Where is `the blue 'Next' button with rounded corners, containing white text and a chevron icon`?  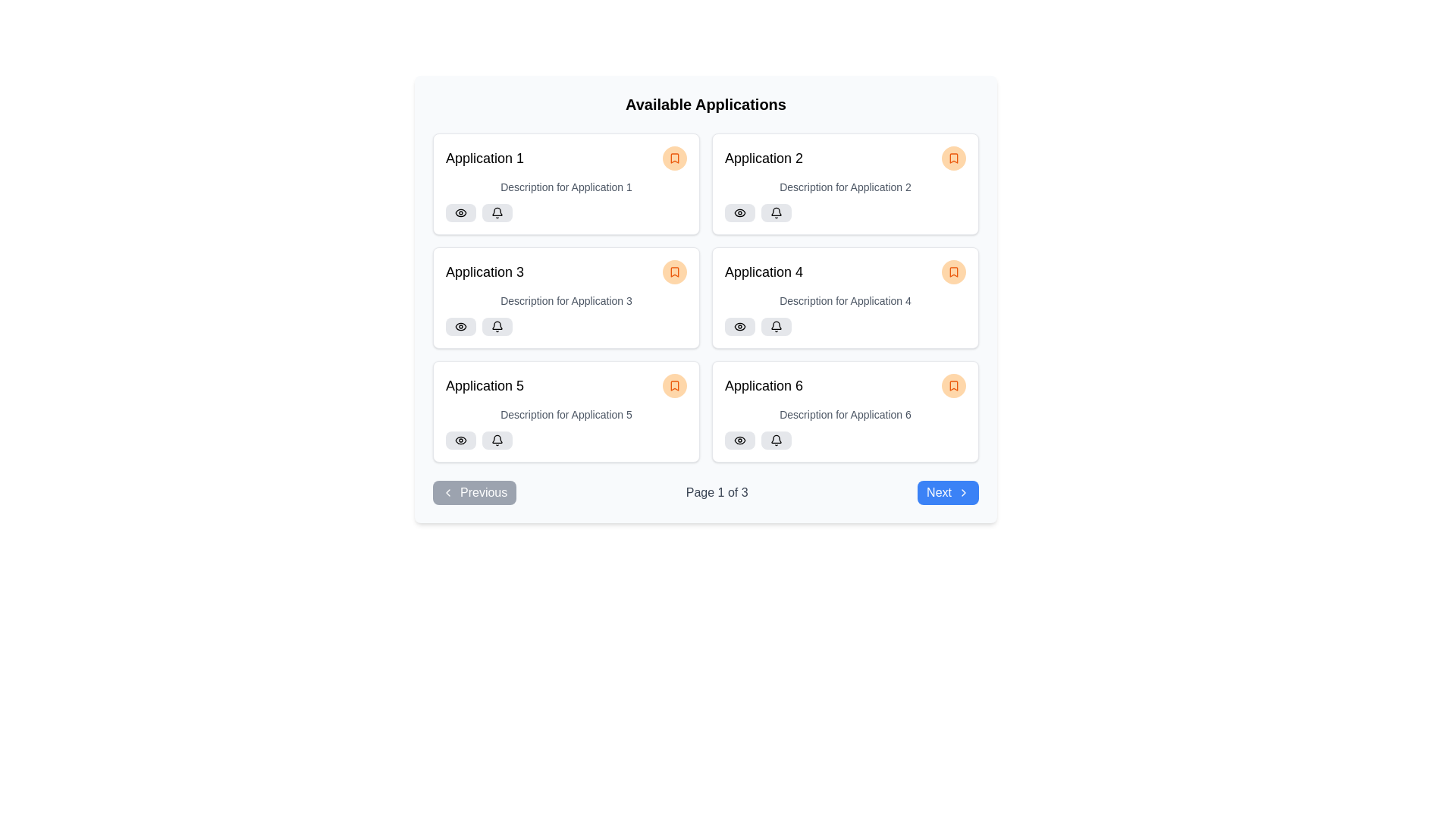 the blue 'Next' button with rounded corners, containing white text and a chevron icon is located at coordinates (946, 493).